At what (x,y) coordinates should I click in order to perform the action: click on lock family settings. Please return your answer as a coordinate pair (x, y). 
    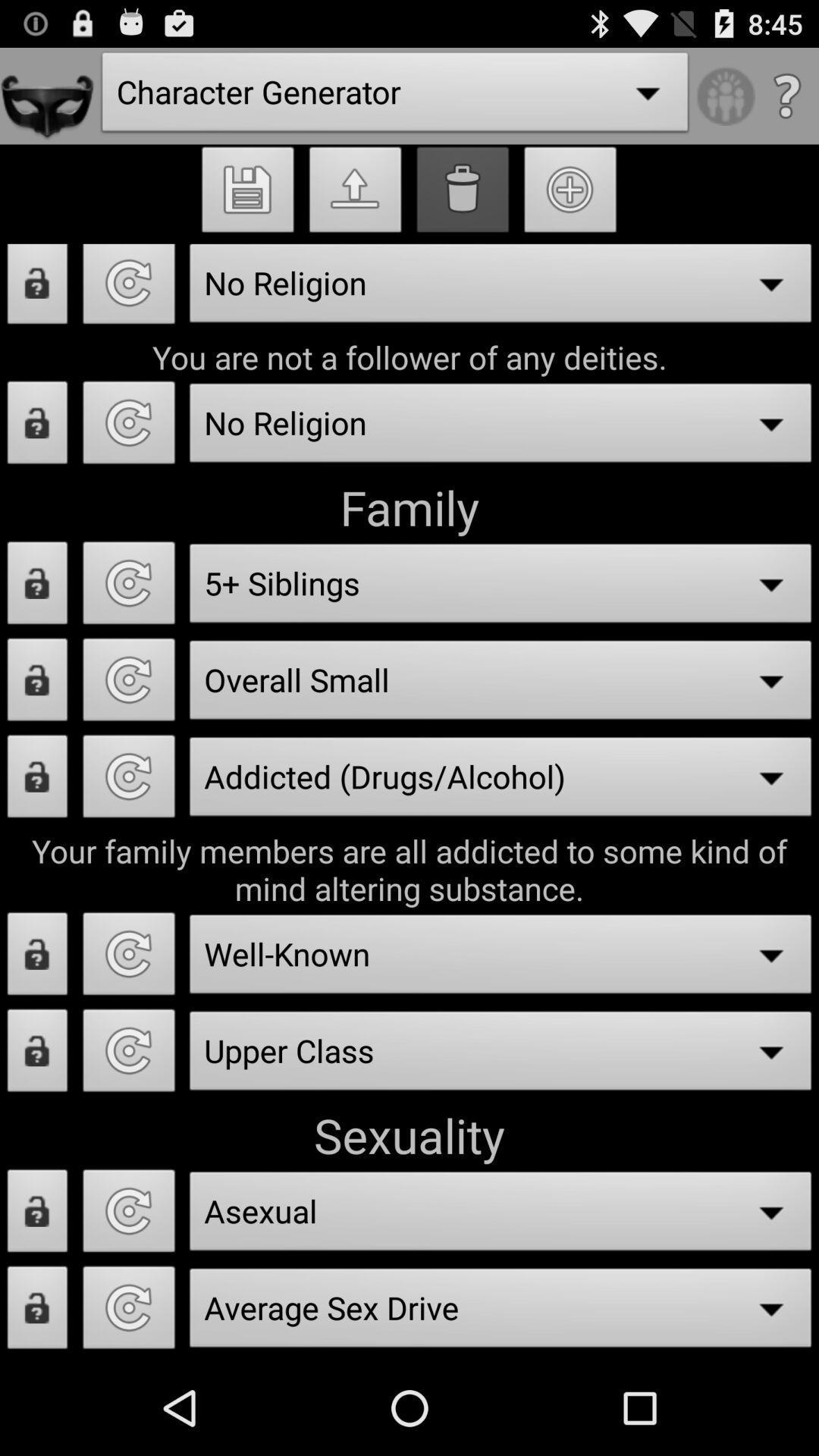
    Looking at the image, I should click on (36, 586).